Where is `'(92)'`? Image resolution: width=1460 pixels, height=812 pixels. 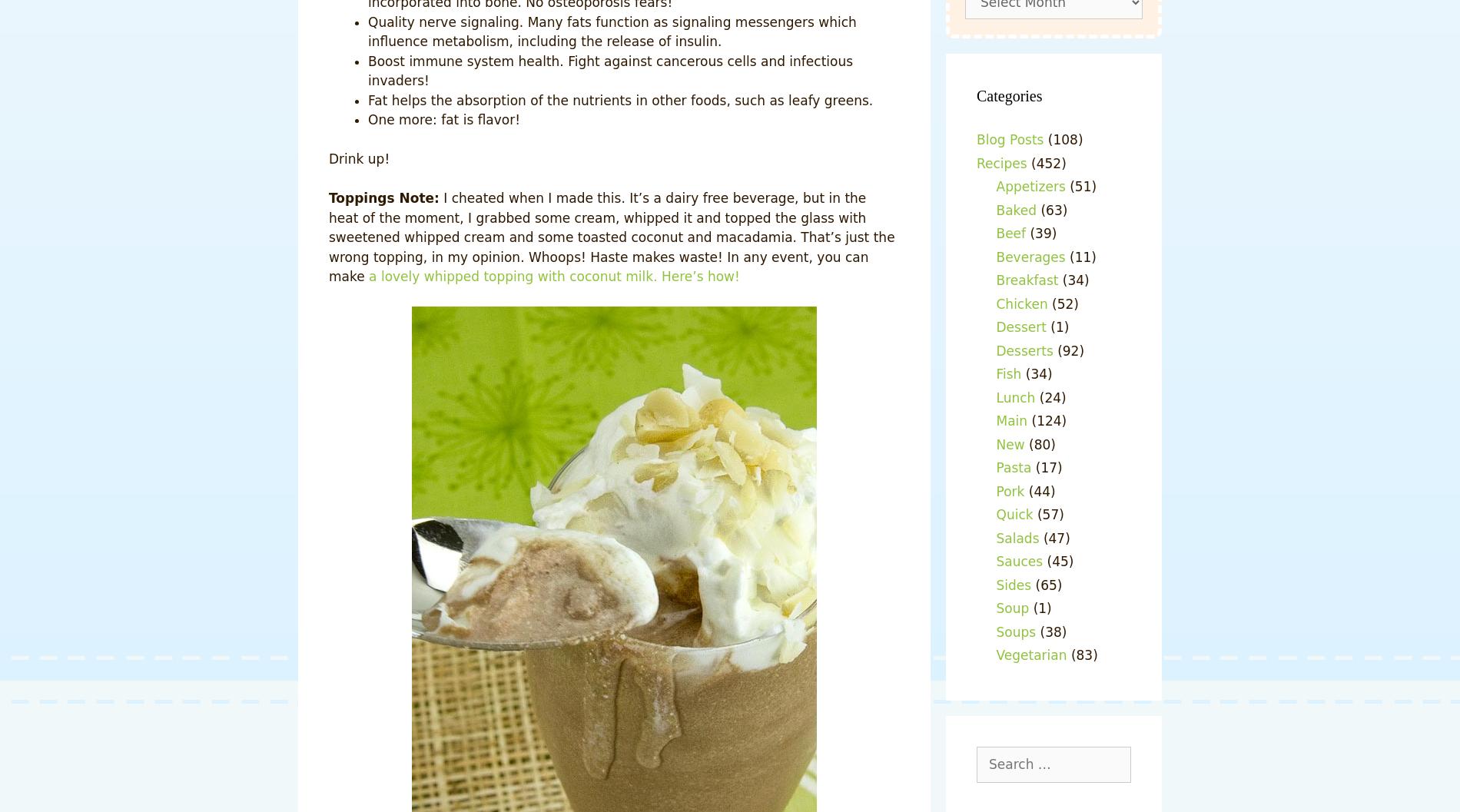 '(92)' is located at coordinates (1067, 350).